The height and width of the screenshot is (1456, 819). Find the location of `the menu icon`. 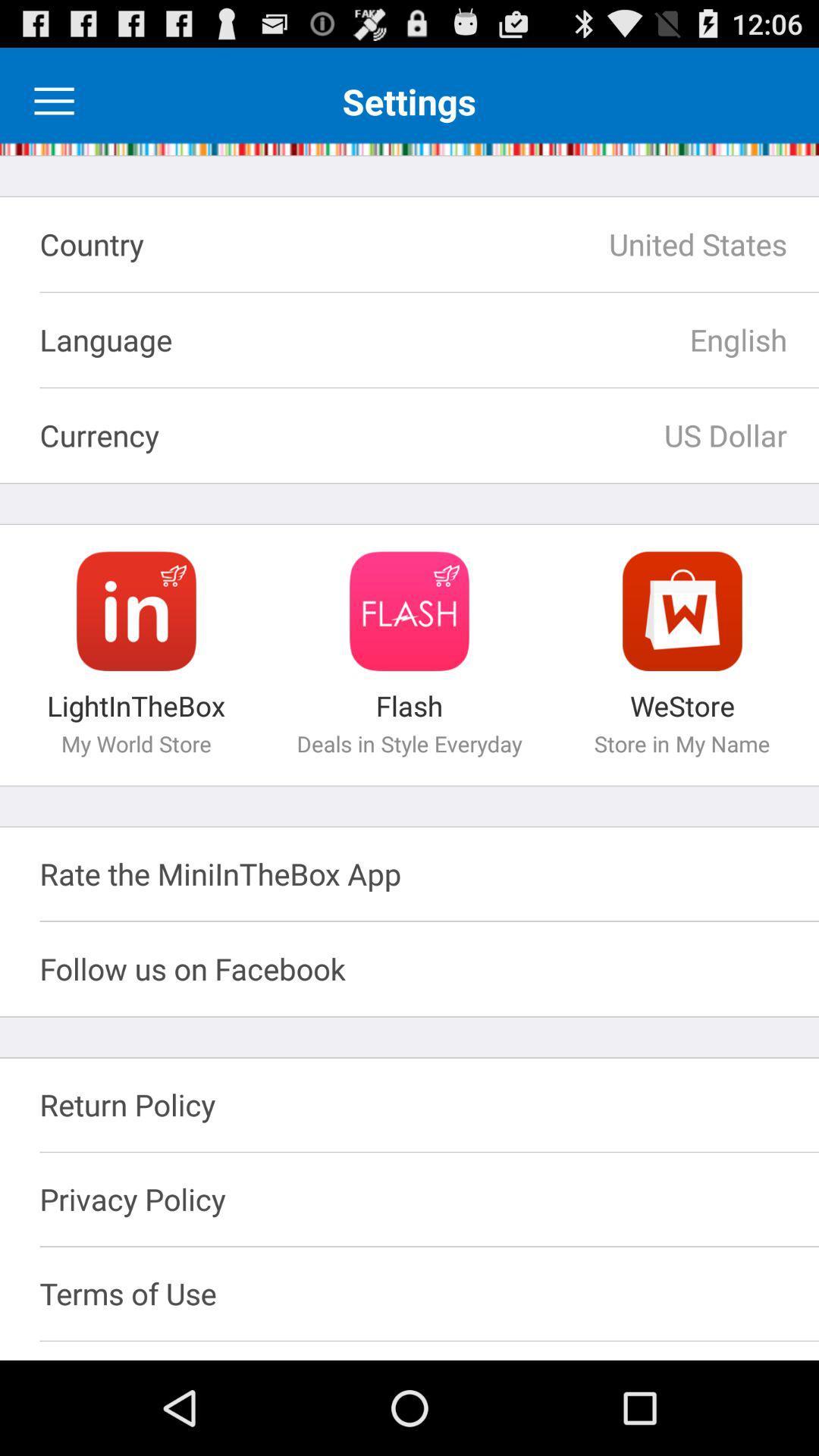

the menu icon is located at coordinates (53, 108).